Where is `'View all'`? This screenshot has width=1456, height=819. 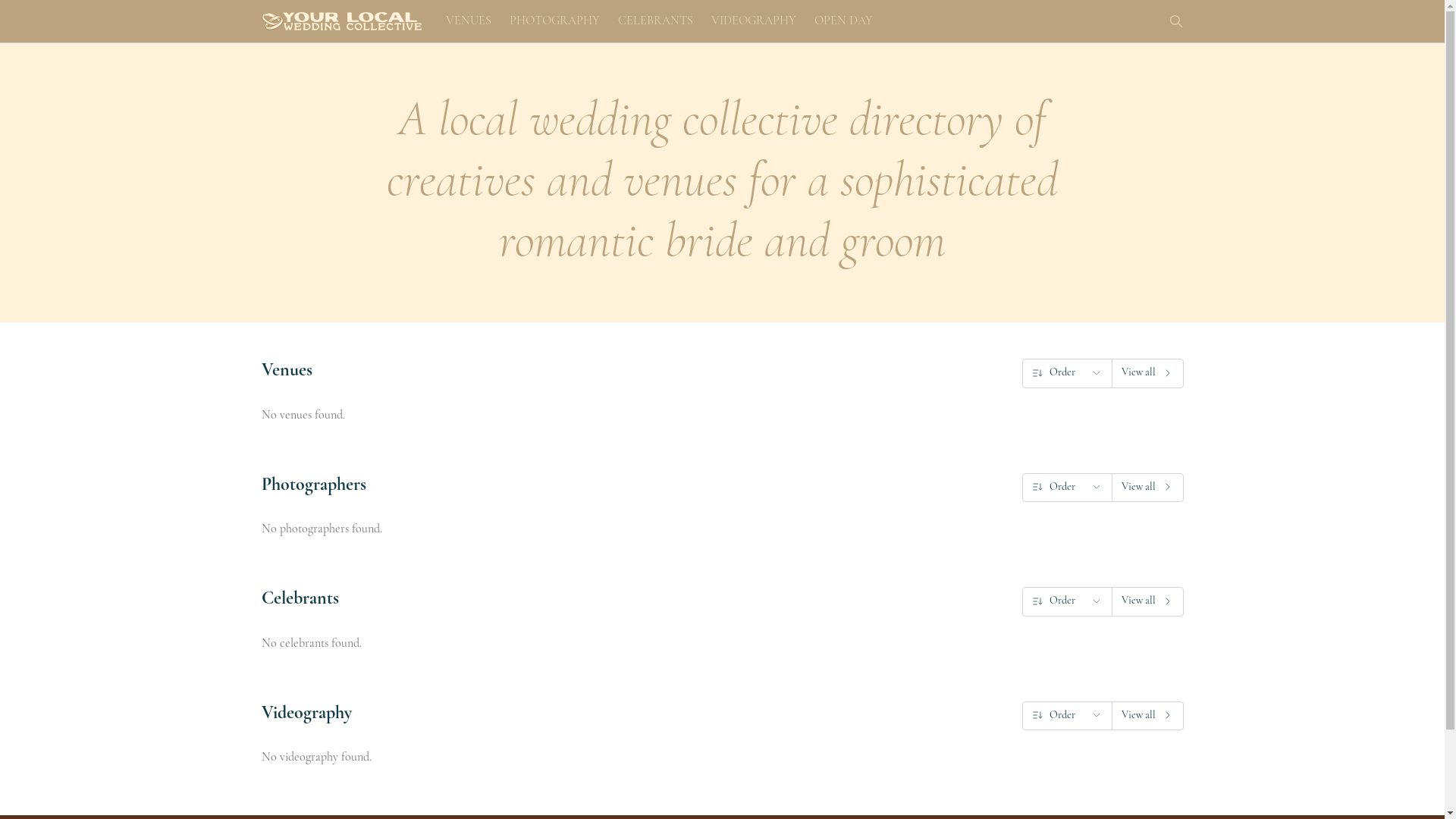
'View all' is located at coordinates (1147, 716).